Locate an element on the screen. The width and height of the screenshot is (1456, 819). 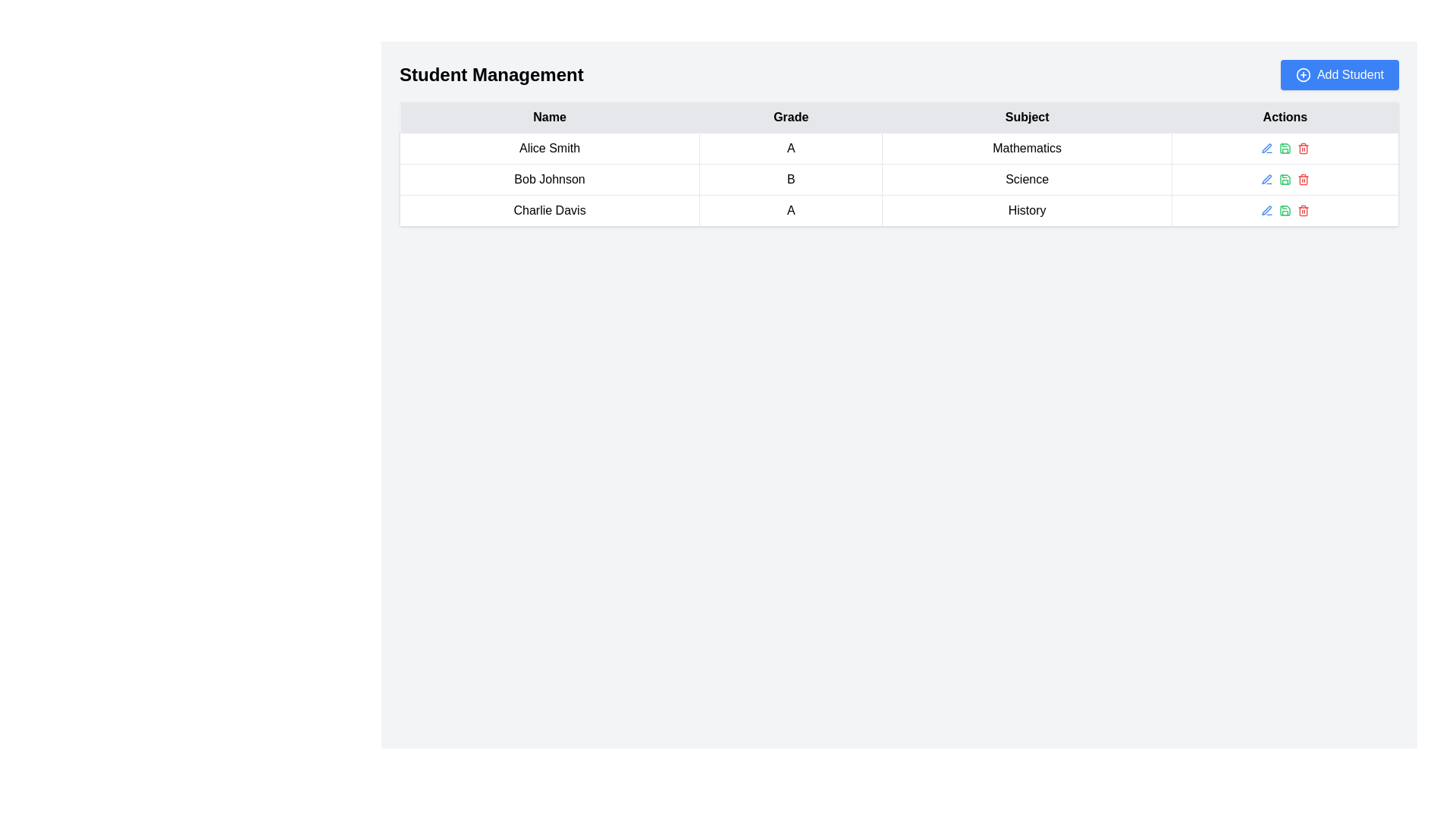
the 'Subject' column header cell in the table, which is the third column header from the left, located between 'Grade' and 'Actions' is located at coordinates (1027, 117).